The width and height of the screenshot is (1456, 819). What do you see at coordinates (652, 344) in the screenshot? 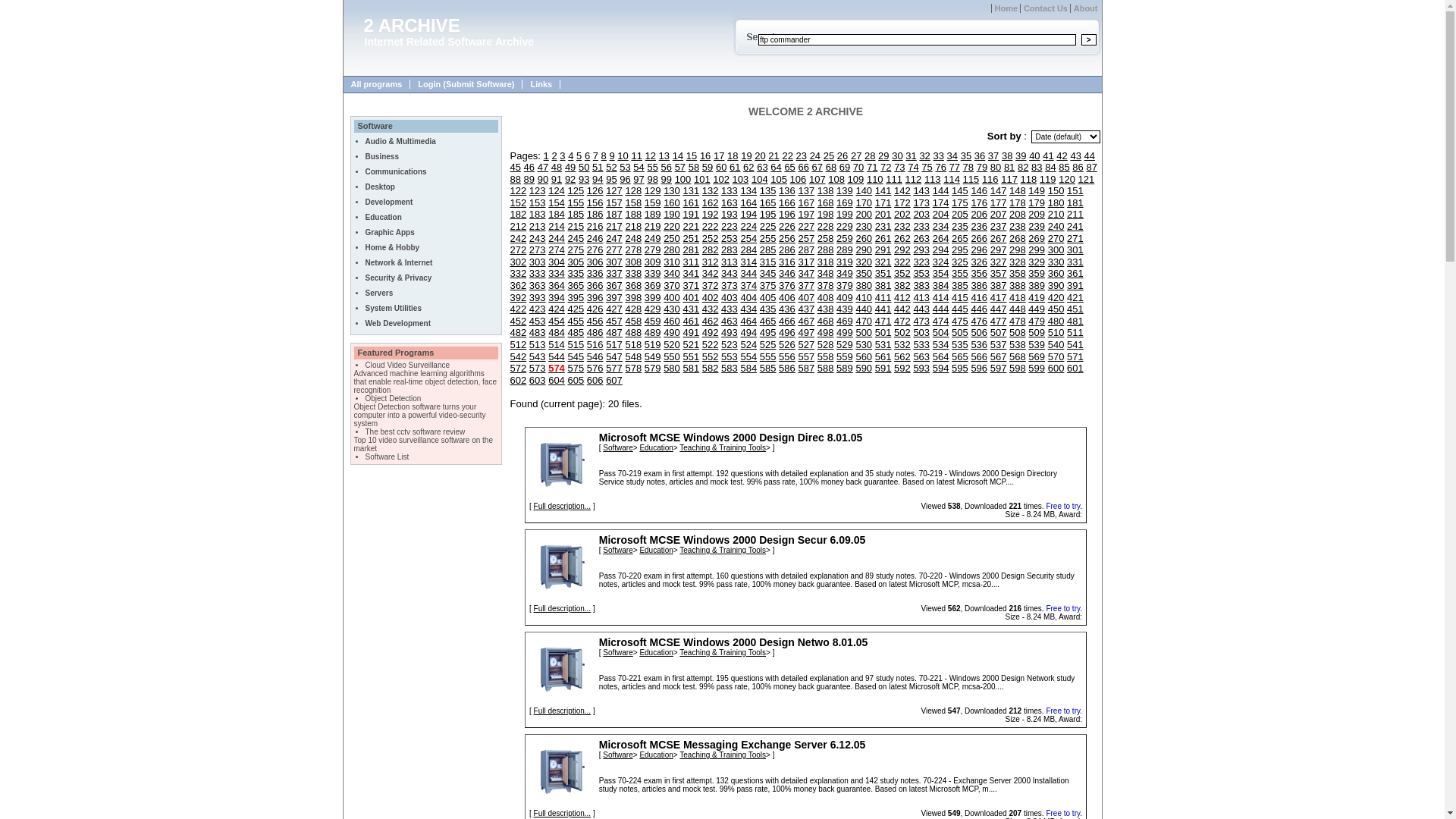
I see `'519'` at bounding box center [652, 344].